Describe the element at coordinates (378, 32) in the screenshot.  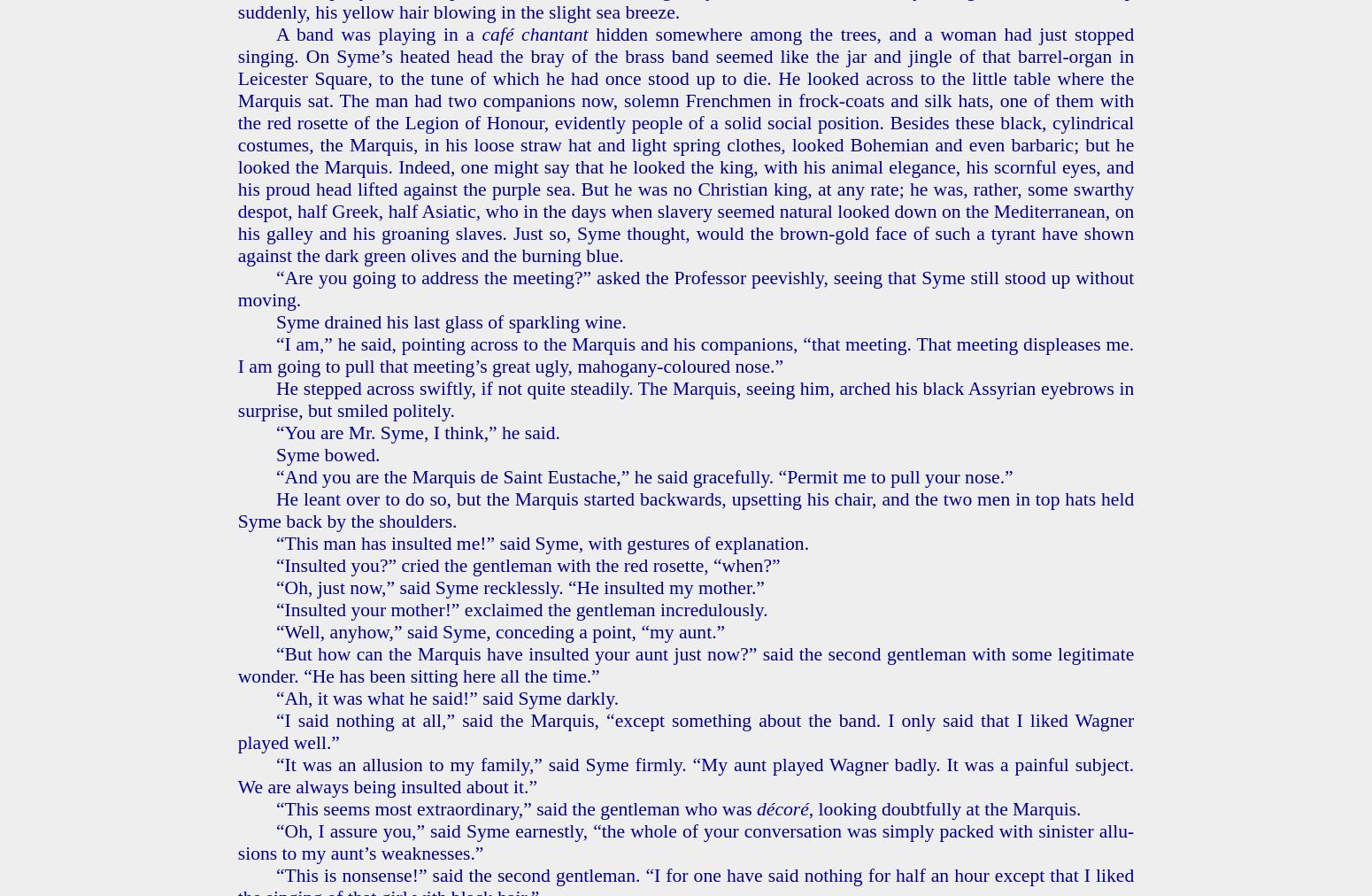
I see `'A band was play­ing in a'` at that location.